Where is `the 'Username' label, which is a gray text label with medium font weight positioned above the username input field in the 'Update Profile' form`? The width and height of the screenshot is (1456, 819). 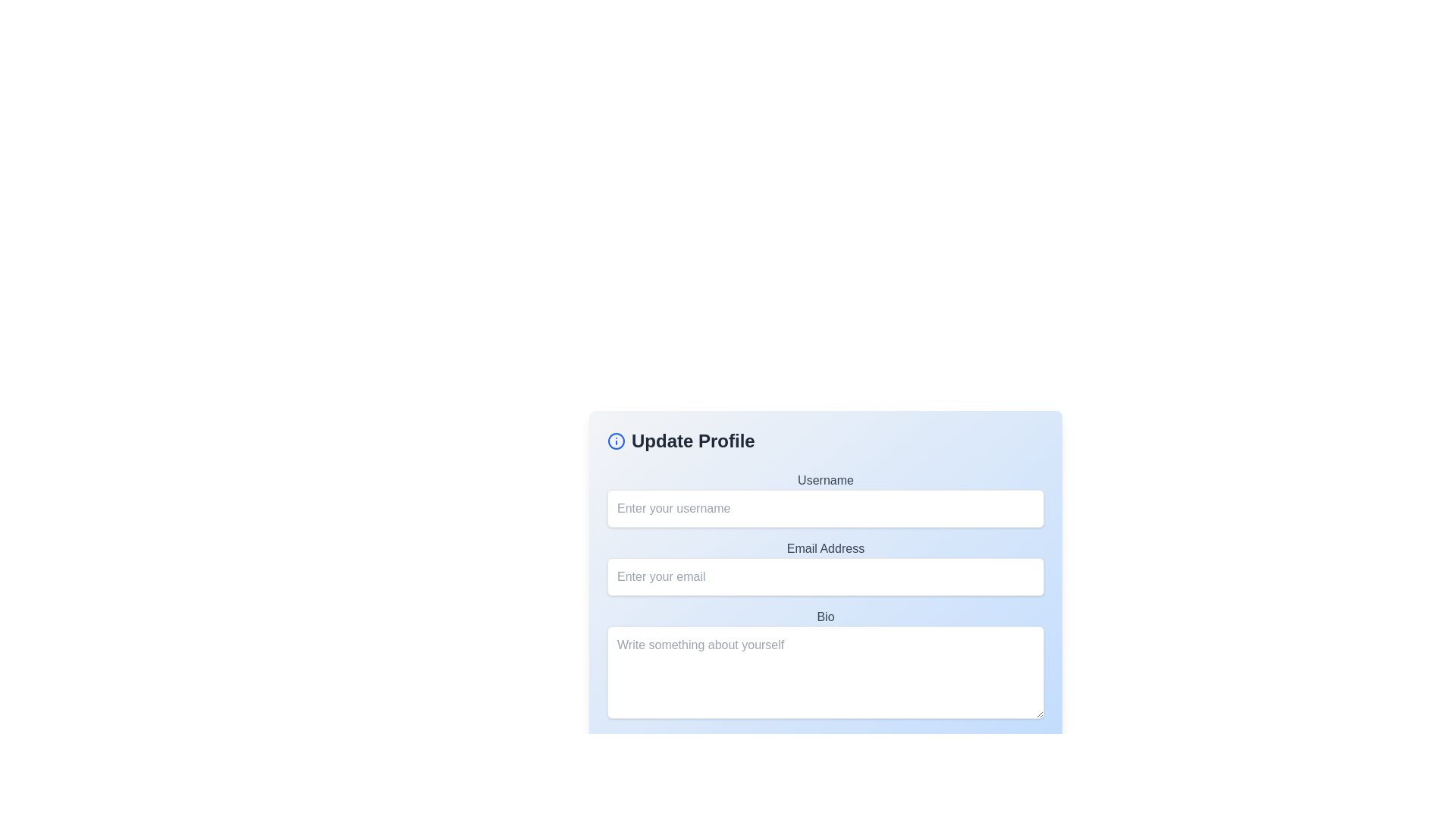 the 'Username' label, which is a gray text label with medium font weight positioned above the username input field in the 'Update Profile' form is located at coordinates (825, 480).